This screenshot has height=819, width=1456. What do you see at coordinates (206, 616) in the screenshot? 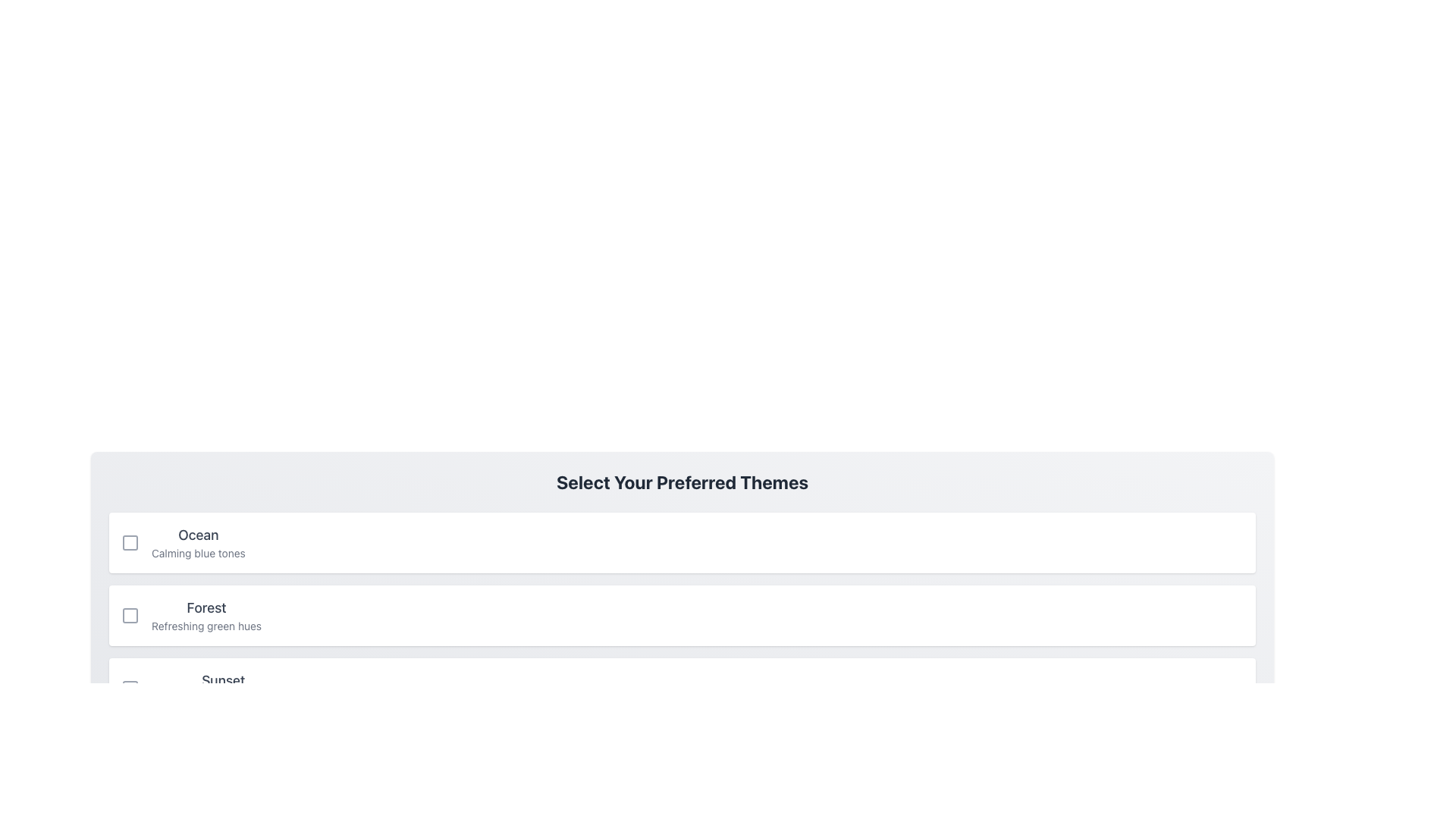
I see `the 'Forest' theme label text to potentially display additional information` at bounding box center [206, 616].